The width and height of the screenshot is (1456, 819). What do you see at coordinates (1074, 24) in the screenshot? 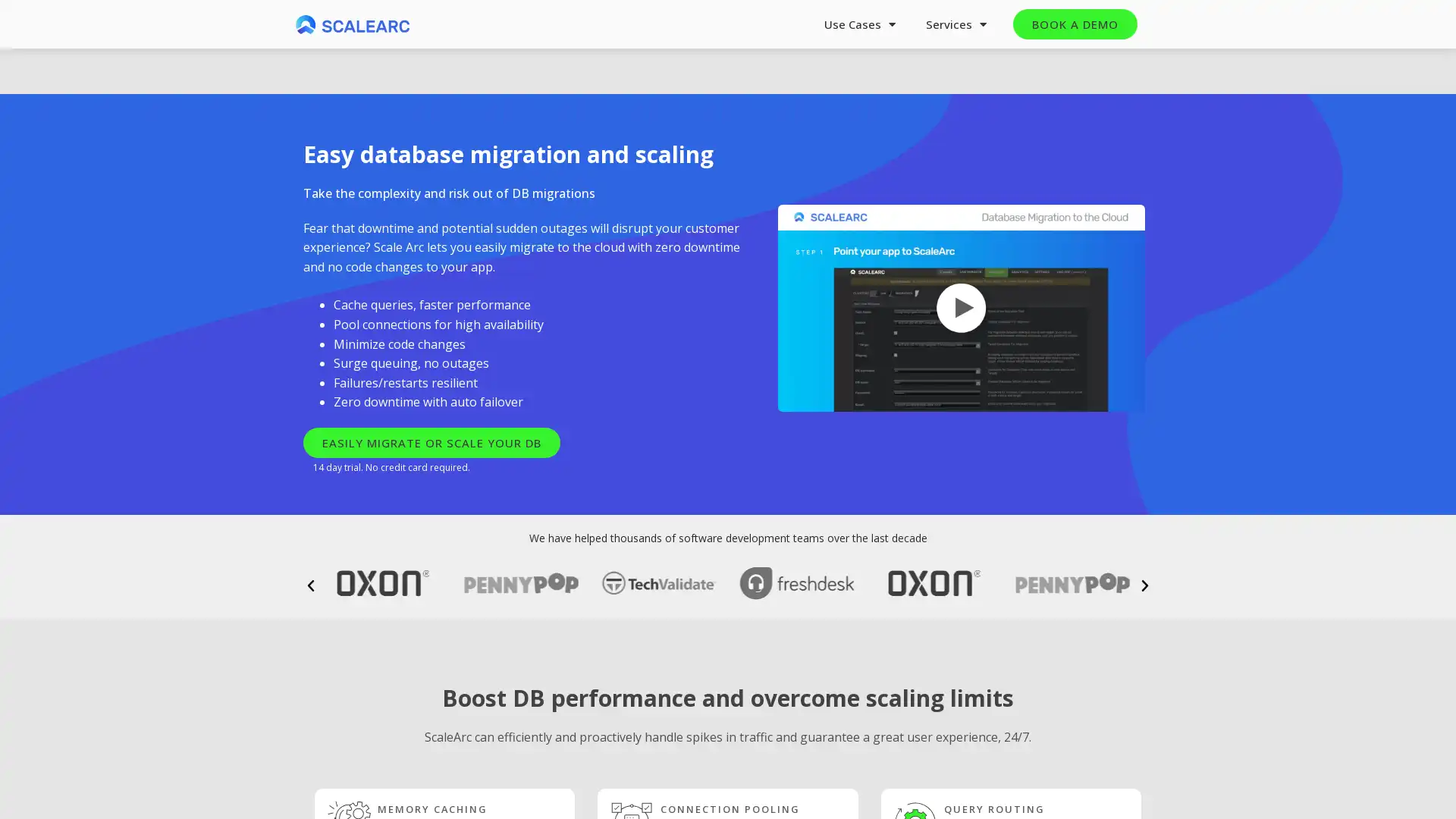
I see `BOOK A DEMO` at bounding box center [1074, 24].